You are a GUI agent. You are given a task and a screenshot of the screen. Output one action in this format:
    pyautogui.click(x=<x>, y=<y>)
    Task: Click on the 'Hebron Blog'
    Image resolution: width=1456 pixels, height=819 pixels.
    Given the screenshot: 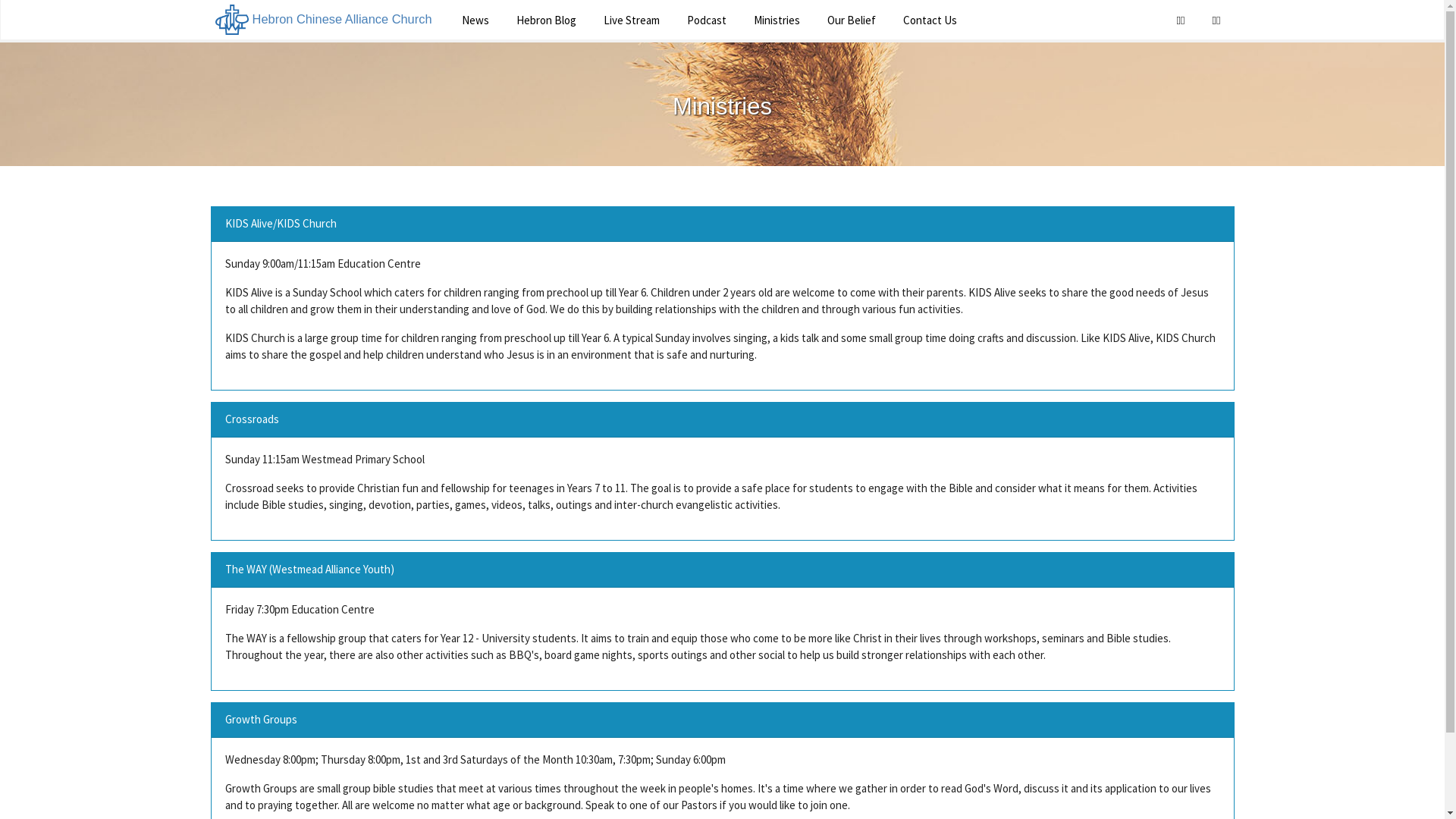 What is the action you would take?
    pyautogui.click(x=545, y=20)
    